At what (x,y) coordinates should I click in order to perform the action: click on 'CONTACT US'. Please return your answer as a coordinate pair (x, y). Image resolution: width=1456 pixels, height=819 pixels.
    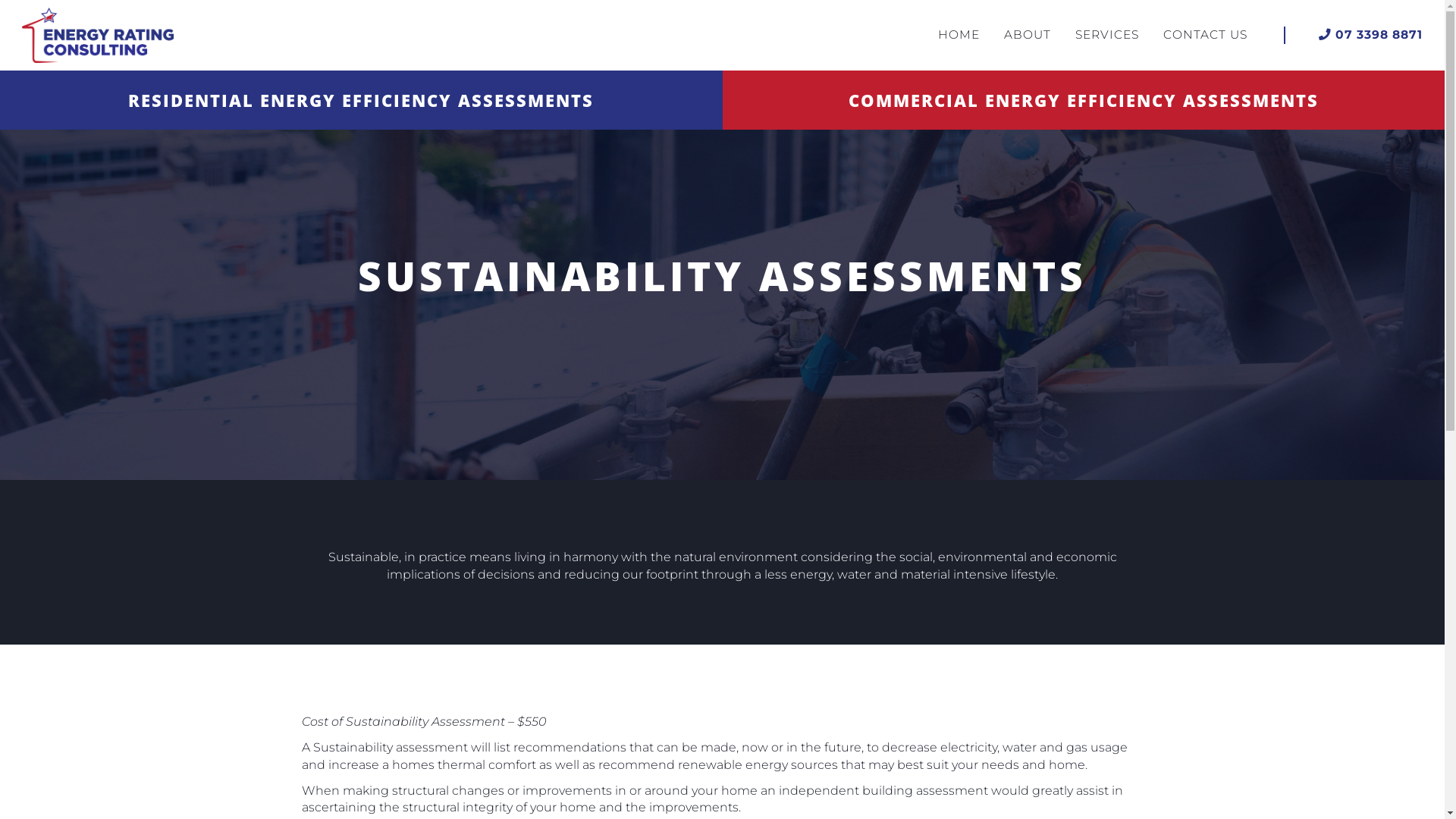
    Looking at the image, I should click on (1204, 34).